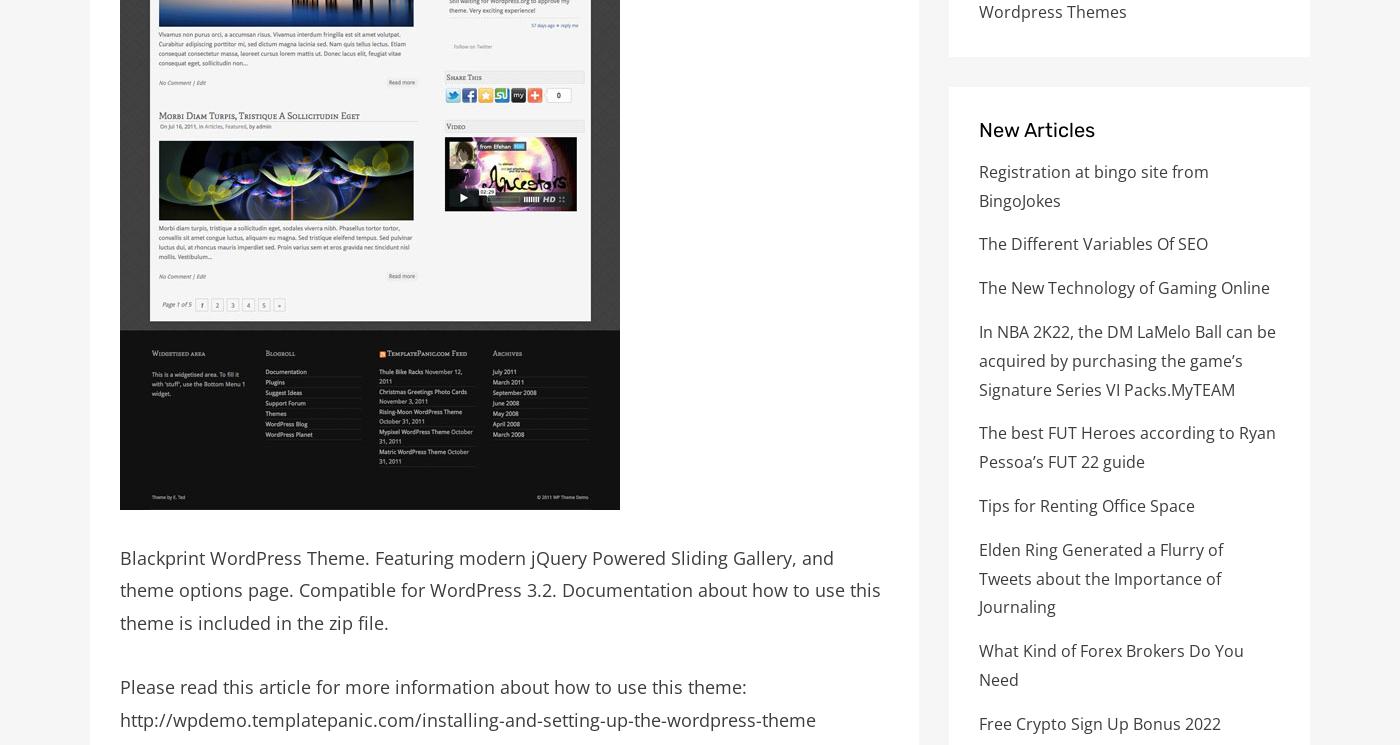  Describe the element at coordinates (1089, 505) in the screenshot. I see `'Tips for Renting Office Space'` at that location.